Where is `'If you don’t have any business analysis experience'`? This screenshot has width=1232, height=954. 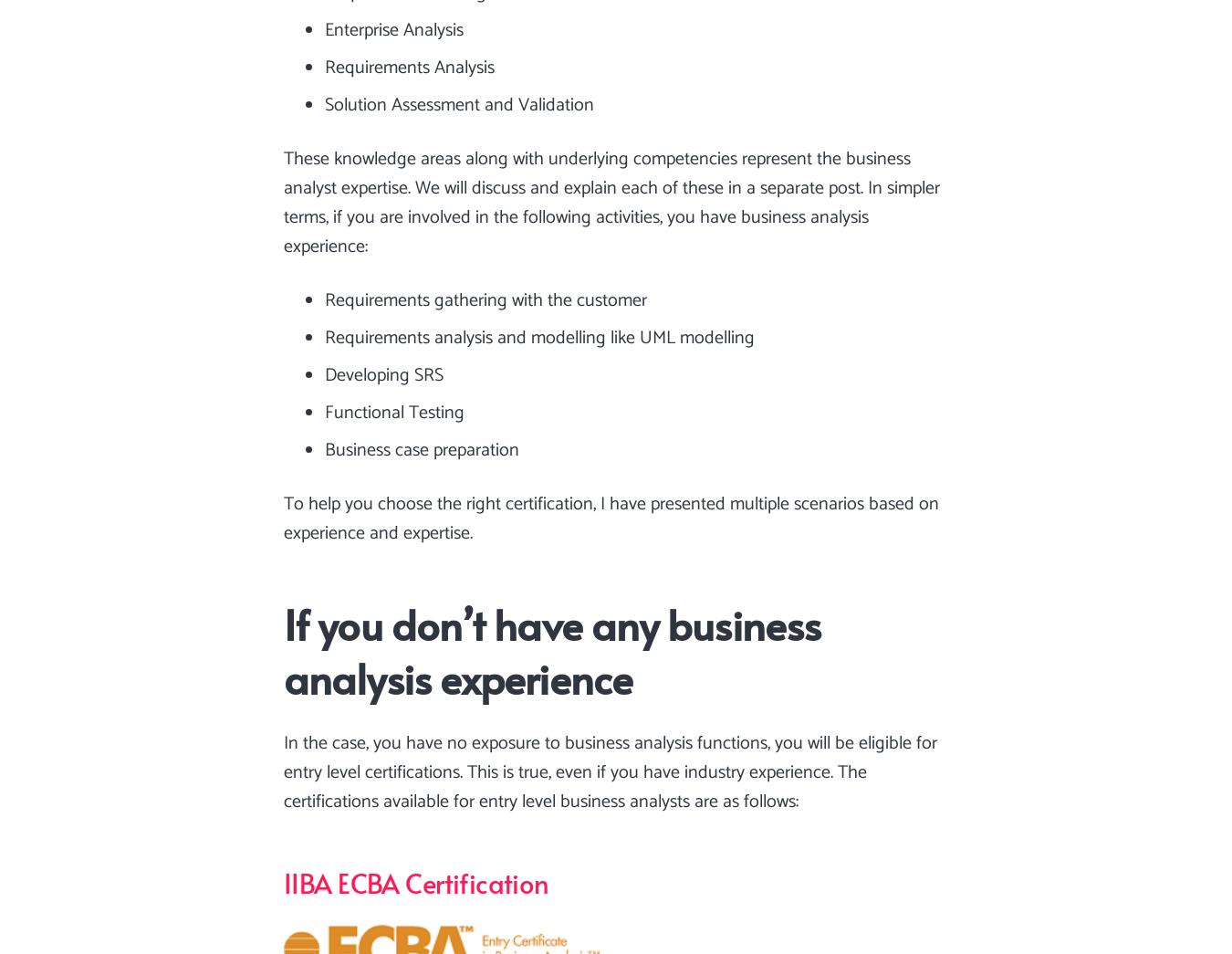 'If you don’t have any business analysis experience' is located at coordinates (551, 649).